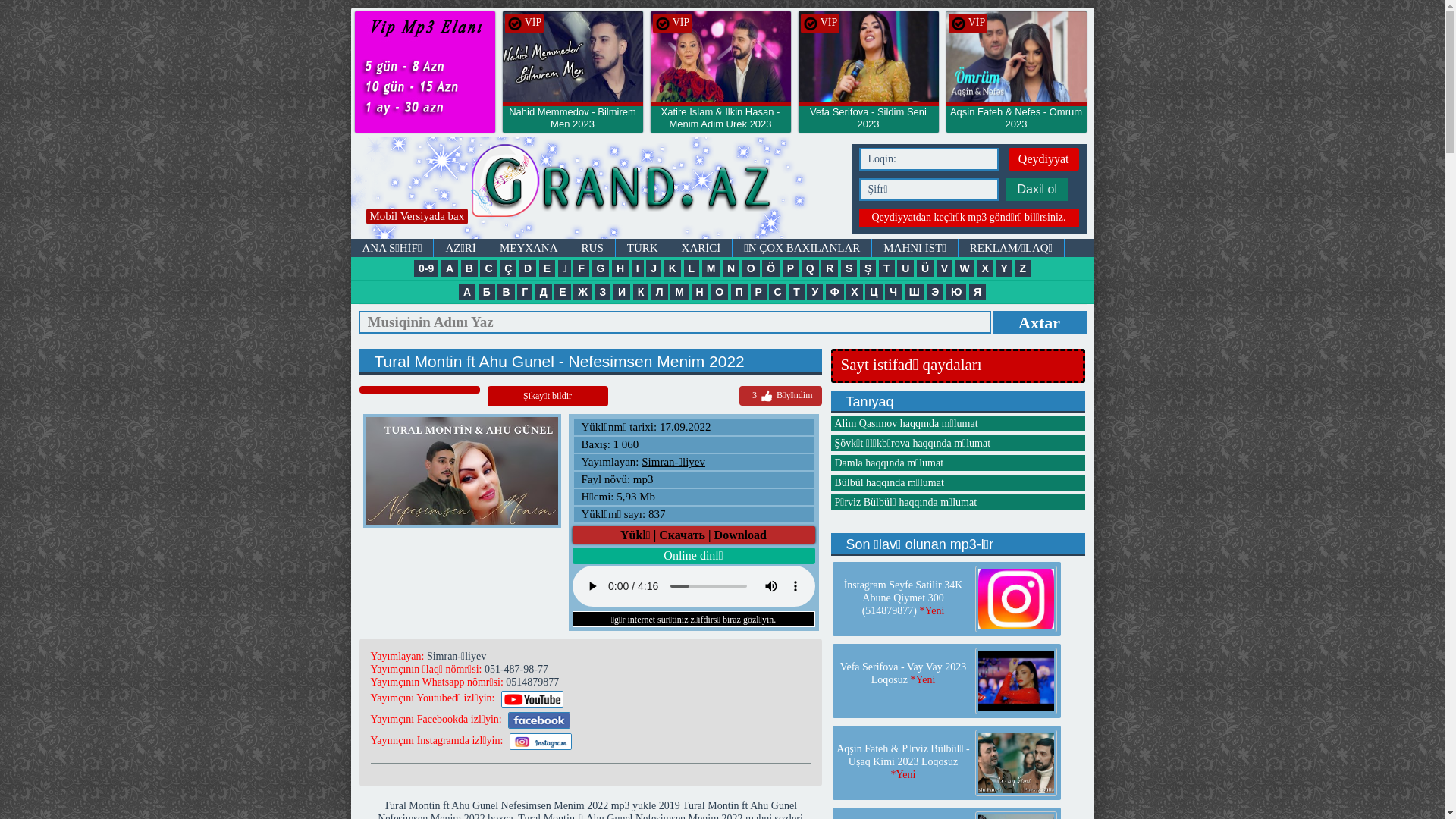 This screenshot has height=819, width=1456. Describe the element at coordinates (529, 247) in the screenshot. I see `'MEYXANA'` at that location.